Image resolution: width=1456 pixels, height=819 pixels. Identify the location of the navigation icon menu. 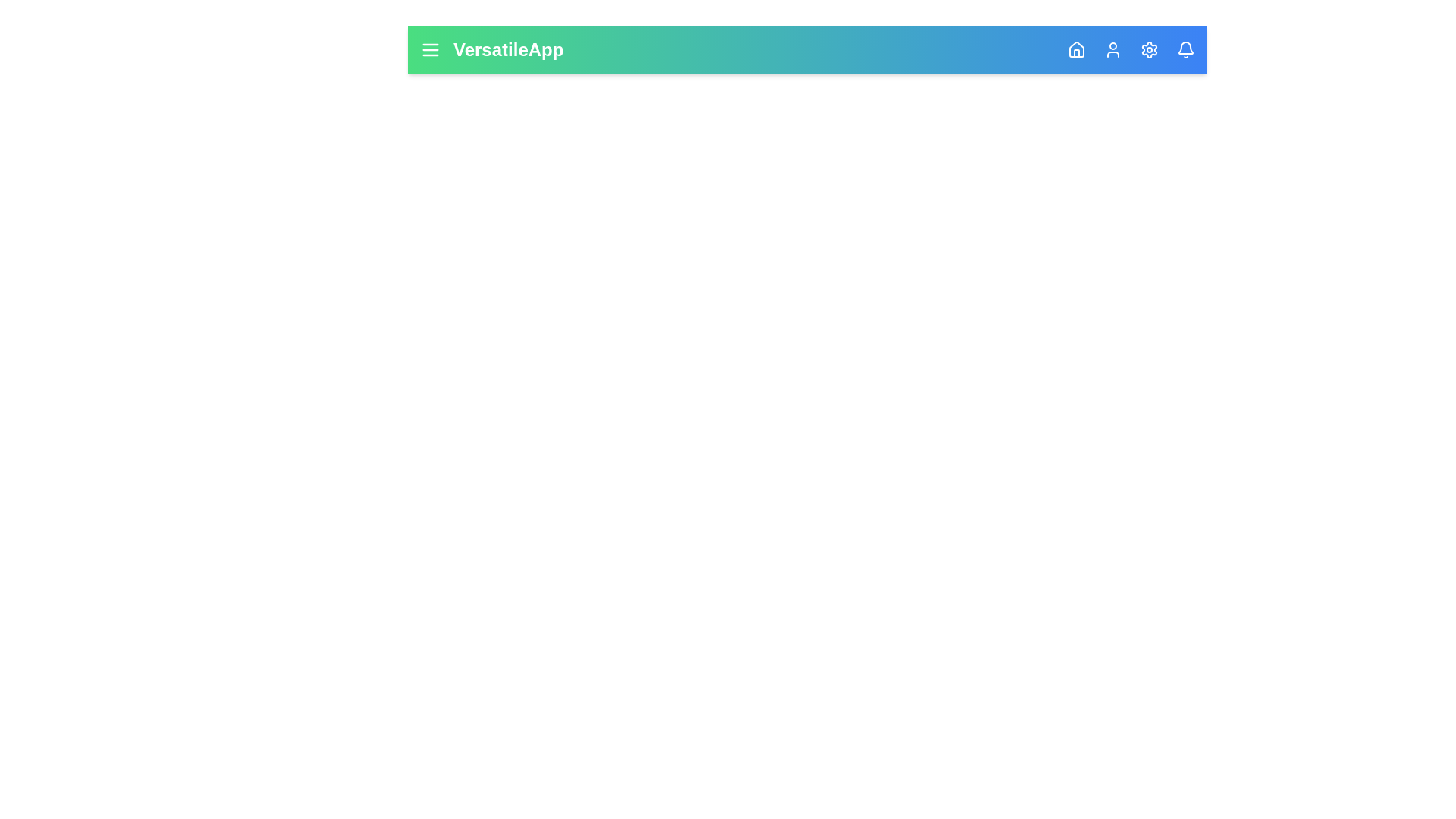
(429, 49).